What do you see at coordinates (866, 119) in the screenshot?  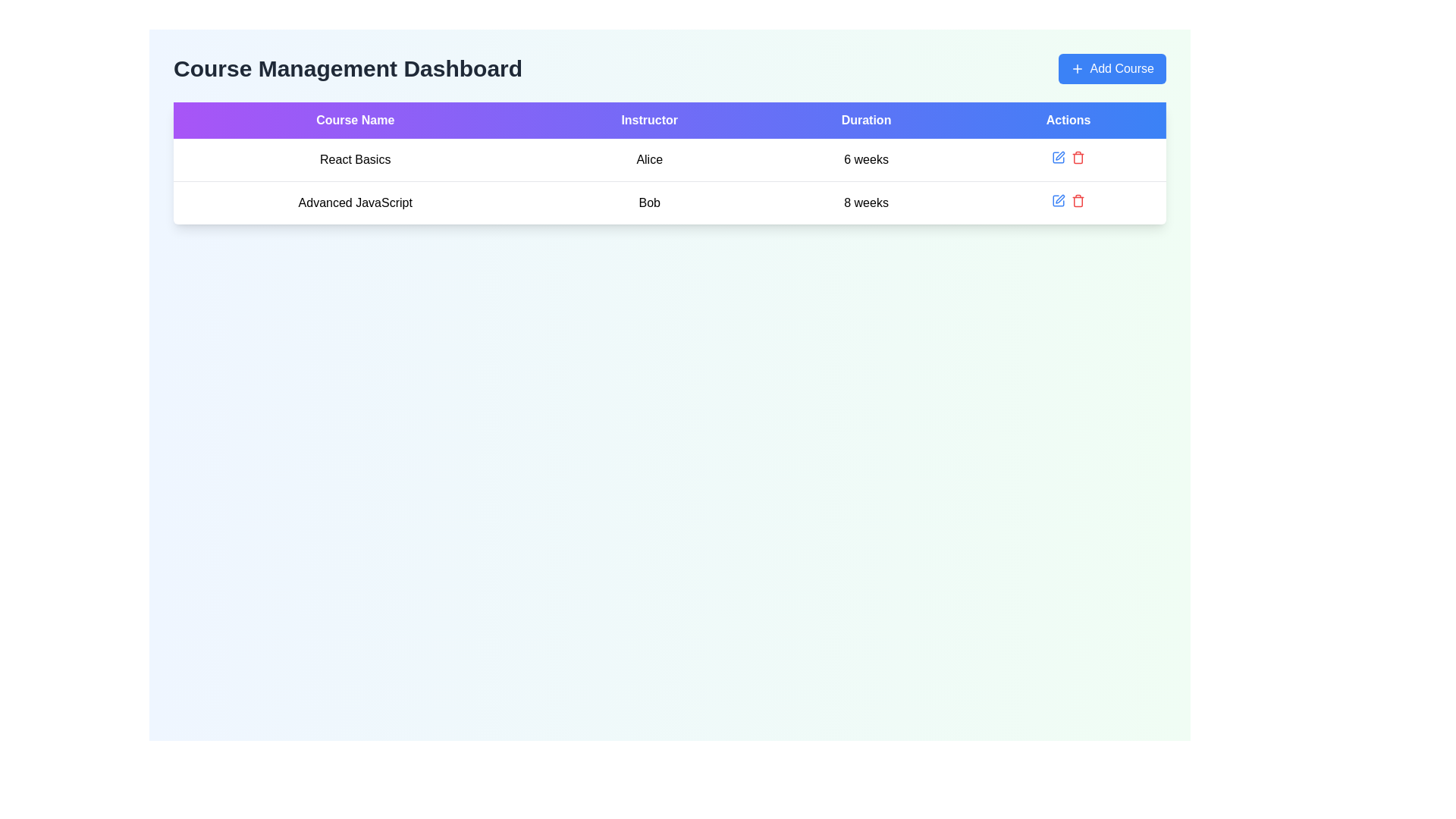 I see `text of the Column Header indicating the duration of items in the table, located between the 'Instructor' tab and the 'Actions' tab` at bounding box center [866, 119].